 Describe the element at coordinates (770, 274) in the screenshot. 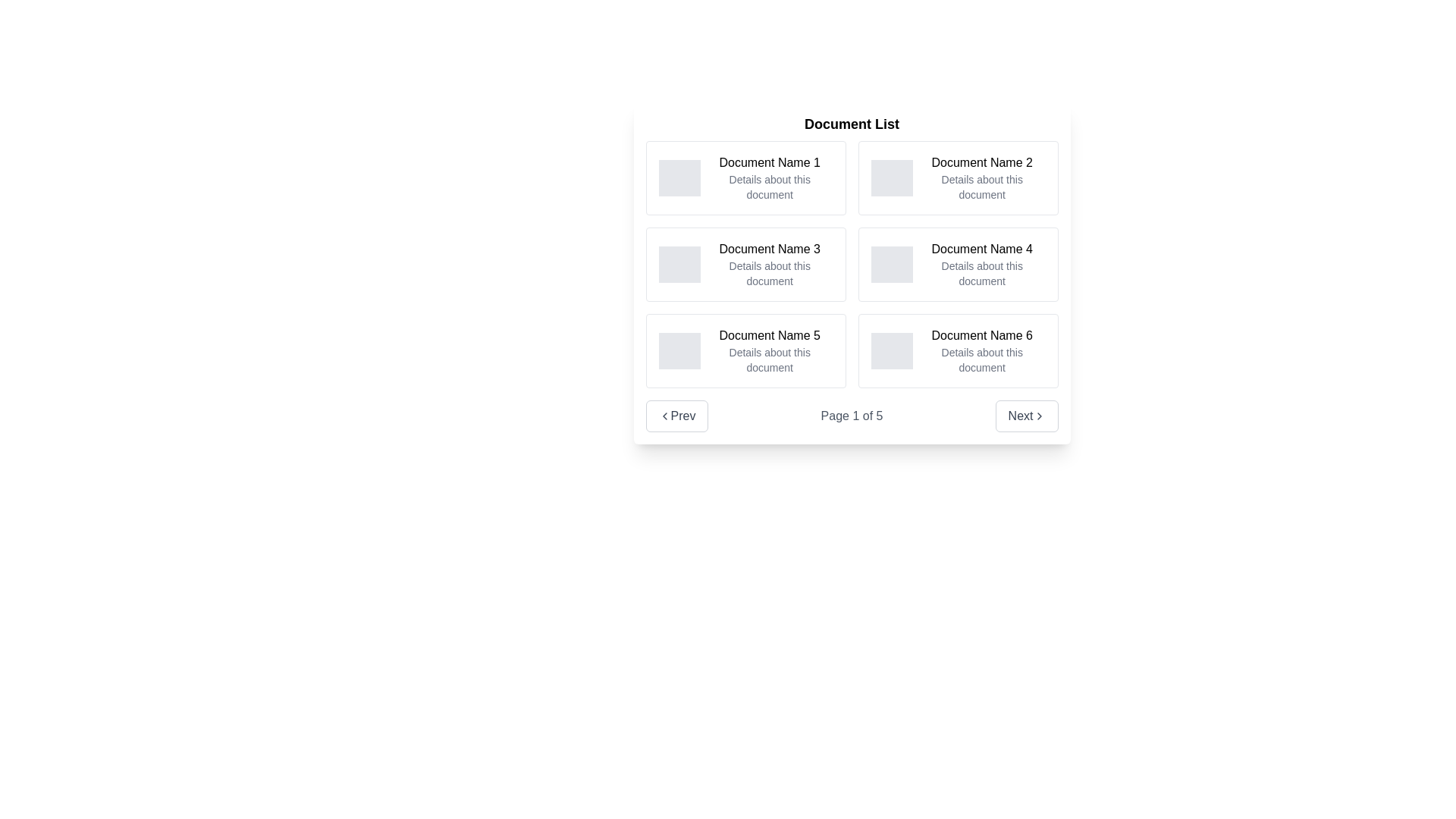

I see `the non-interactive text label providing additional information about 'Document Name 3', located in the second row and first column of the grid layout` at that location.